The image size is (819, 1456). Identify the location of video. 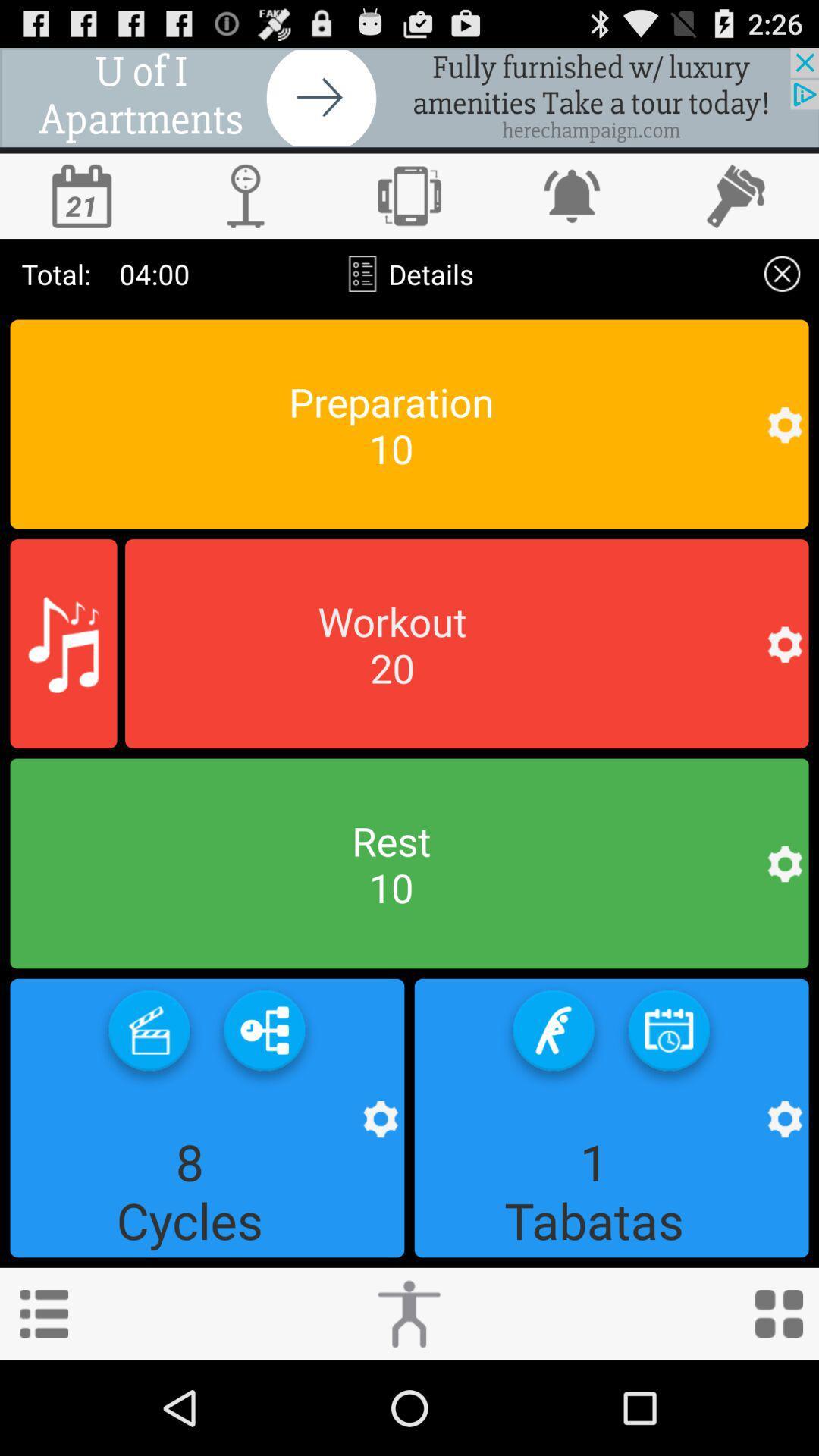
(149, 1035).